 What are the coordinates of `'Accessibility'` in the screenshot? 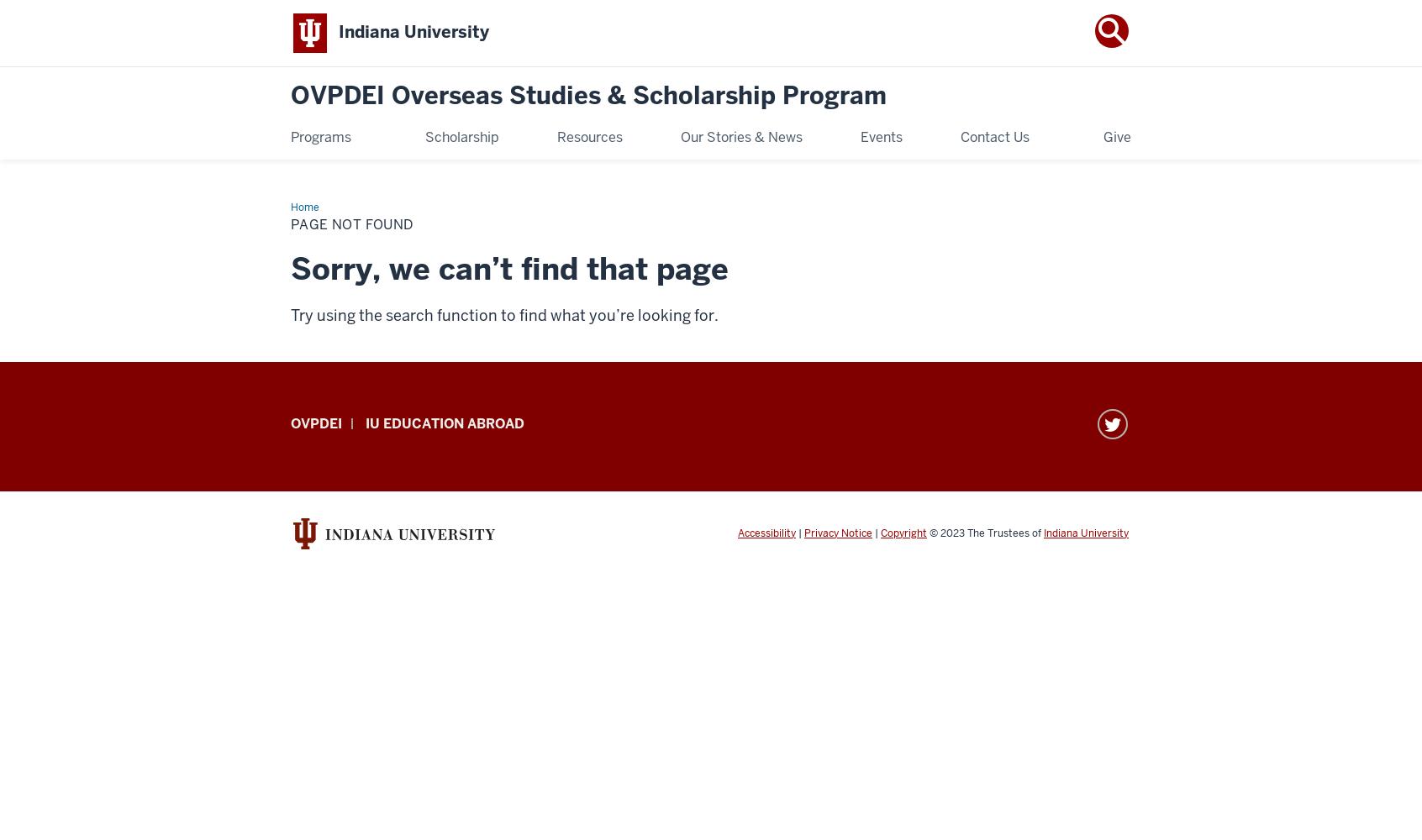 It's located at (766, 533).